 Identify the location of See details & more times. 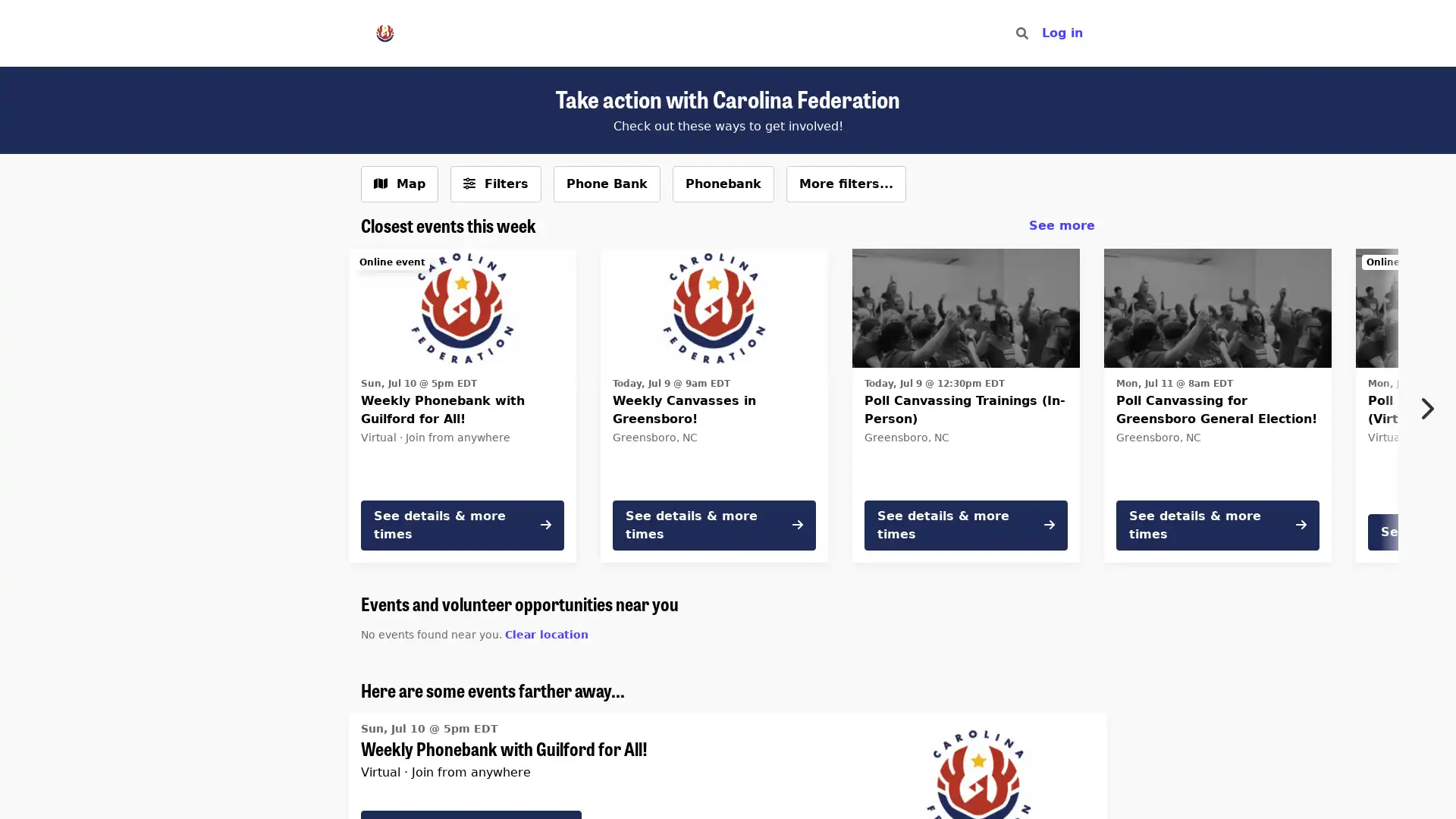
(713, 523).